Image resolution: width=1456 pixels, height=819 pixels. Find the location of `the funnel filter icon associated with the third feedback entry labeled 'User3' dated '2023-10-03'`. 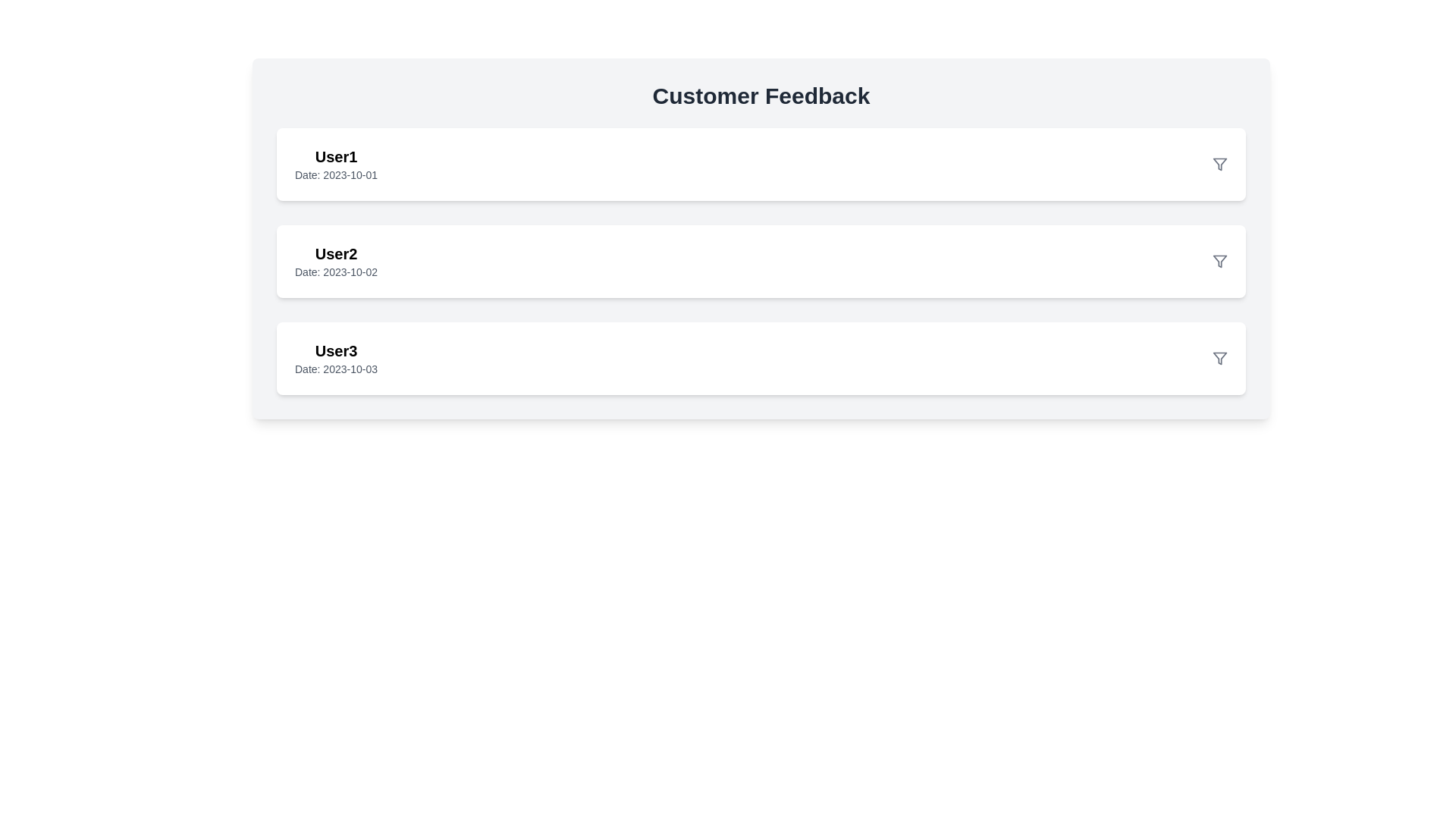

the funnel filter icon associated with the third feedback entry labeled 'User3' dated '2023-10-03' is located at coordinates (1219, 260).